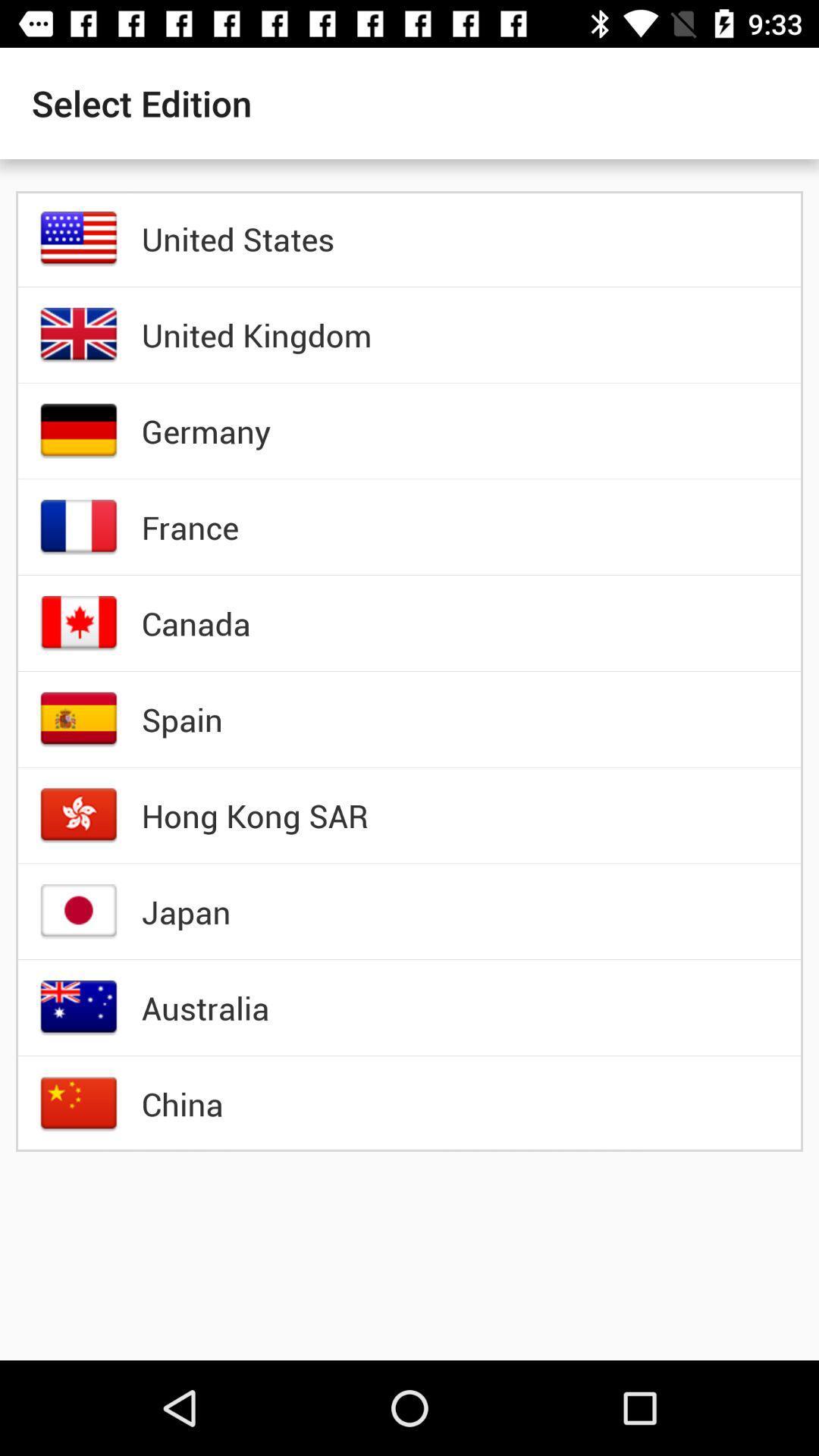 This screenshot has height=1456, width=819. Describe the element at coordinates (256, 334) in the screenshot. I see `the united kingdom icon` at that location.